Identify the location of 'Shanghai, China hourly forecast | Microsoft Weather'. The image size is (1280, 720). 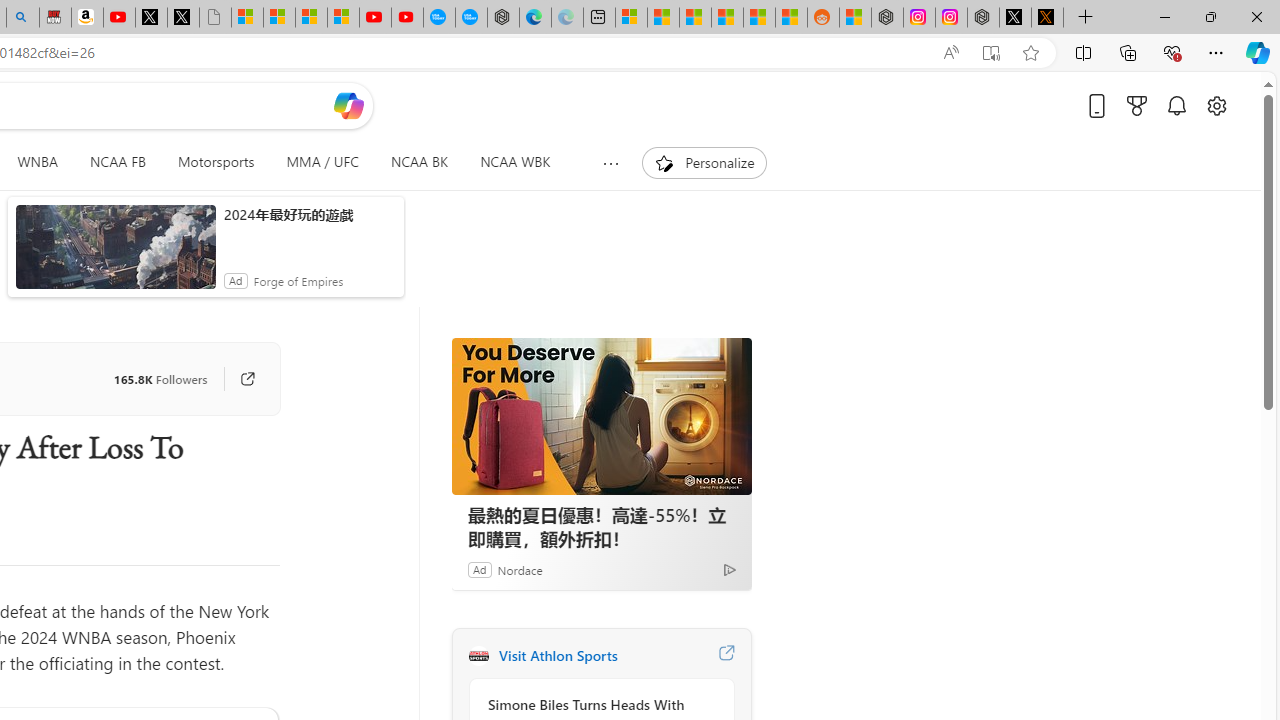
(695, 17).